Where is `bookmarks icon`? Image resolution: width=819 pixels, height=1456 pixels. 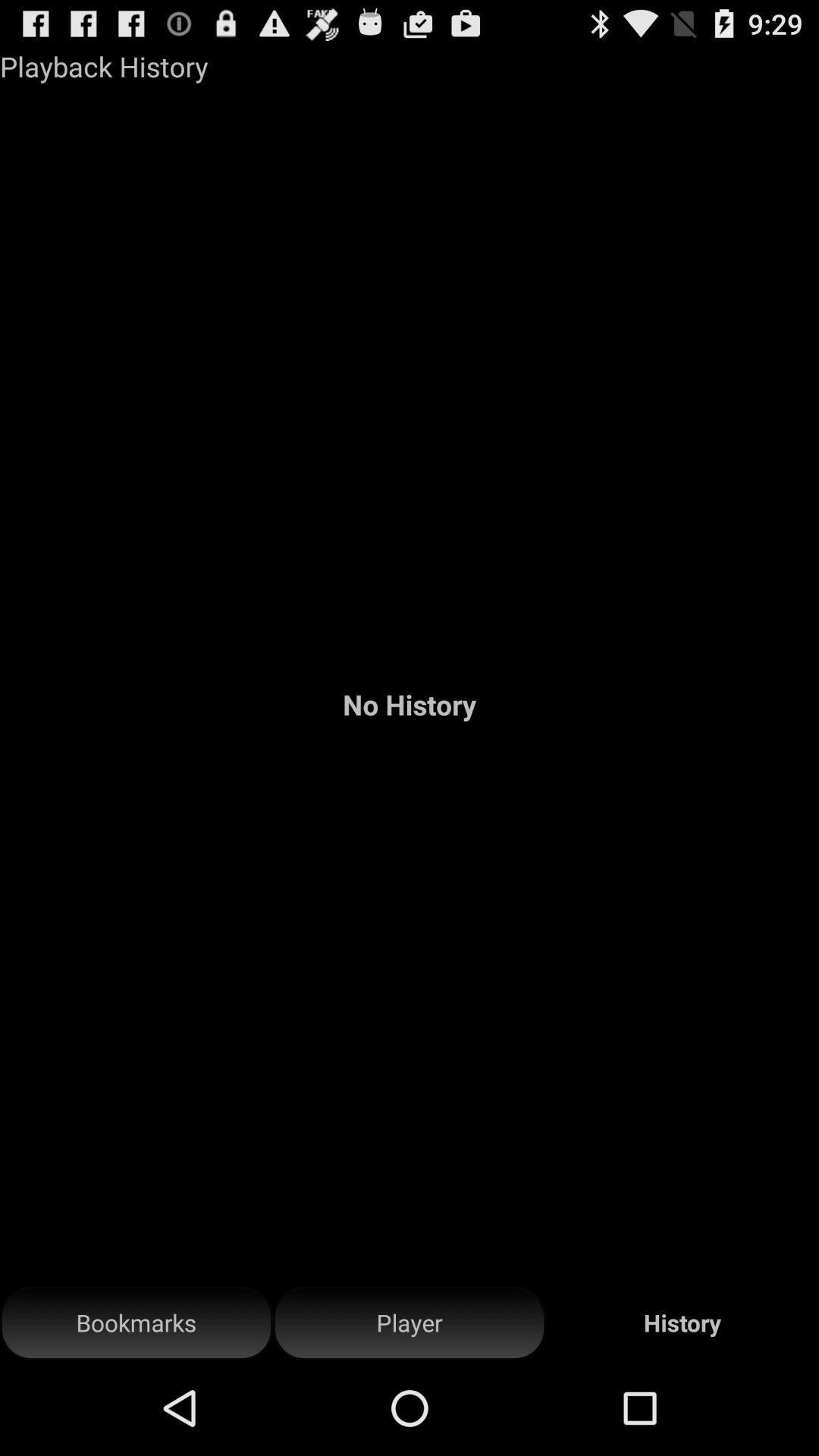
bookmarks icon is located at coordinates (136, 1323).